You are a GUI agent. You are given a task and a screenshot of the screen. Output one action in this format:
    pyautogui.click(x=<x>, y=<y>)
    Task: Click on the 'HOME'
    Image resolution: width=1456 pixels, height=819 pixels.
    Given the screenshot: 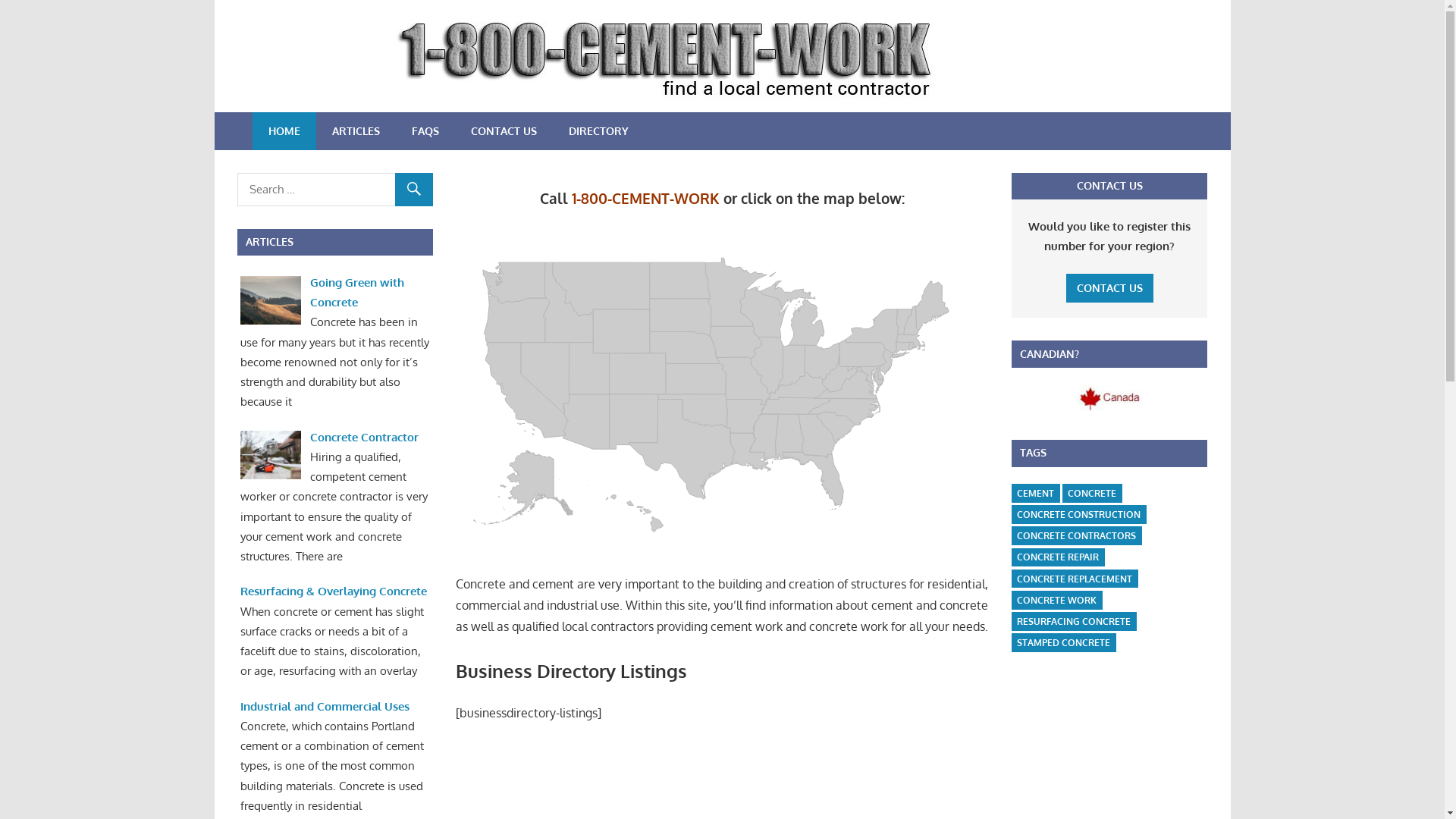 What is the action you would take?
    pyautogui.click(x=284, y=130)
    